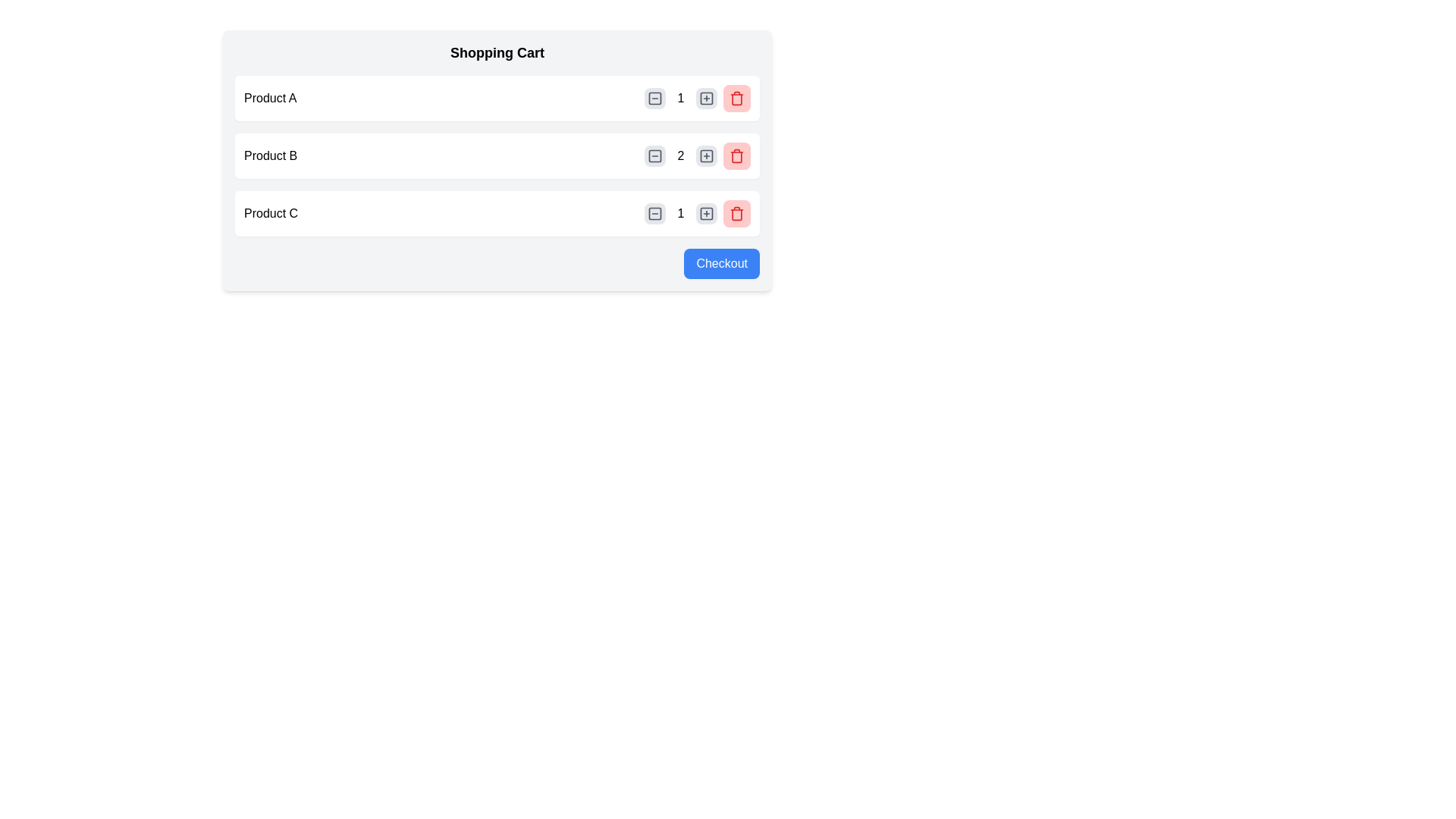  I want to click on the minus icon button with a dark-gray border and light-gray background to reduce the quantity of 'Product A' in the shopping cart interface, so click(655, 99).